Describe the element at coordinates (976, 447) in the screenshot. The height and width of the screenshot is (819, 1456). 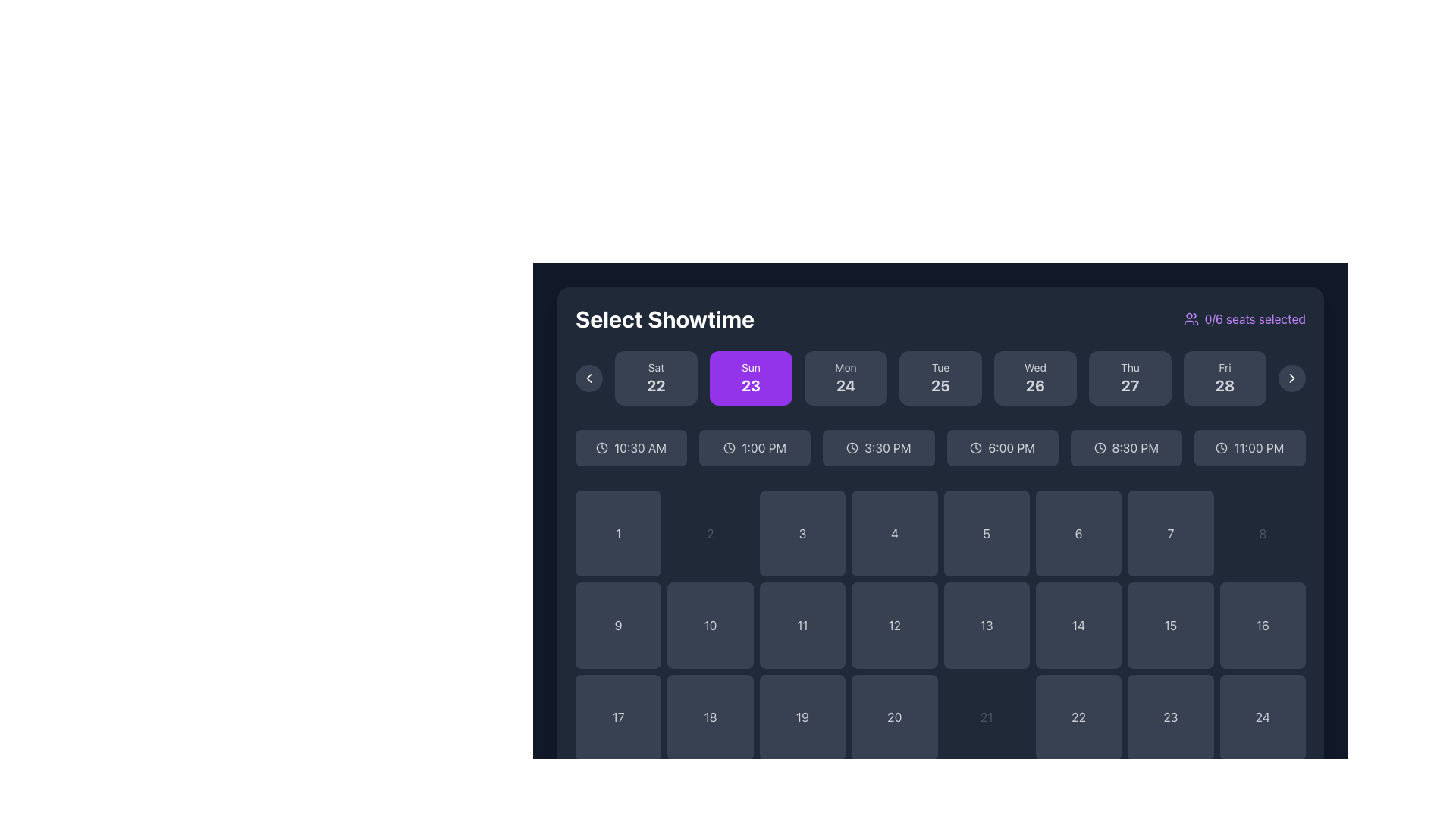
I see `the time icon associated with the '6:00 PM' button for accessibility tools` at that location.